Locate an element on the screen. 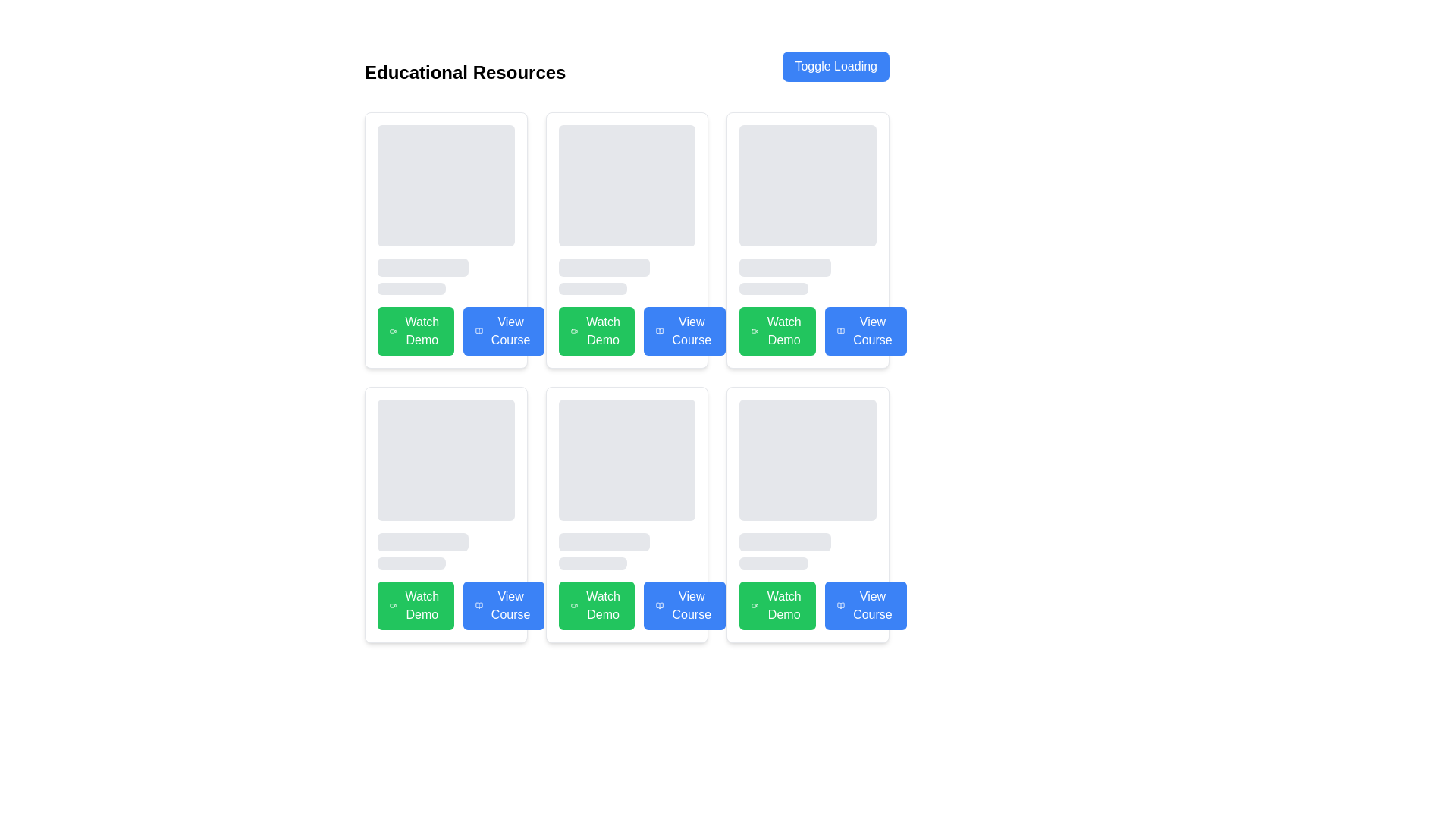 The width and height of the screenshot is (1456, 819). the Placeholder element located at the bottom of the lower-left card in the grid, which serves as a loading or content space indicator is located at coordinates (412, 563).